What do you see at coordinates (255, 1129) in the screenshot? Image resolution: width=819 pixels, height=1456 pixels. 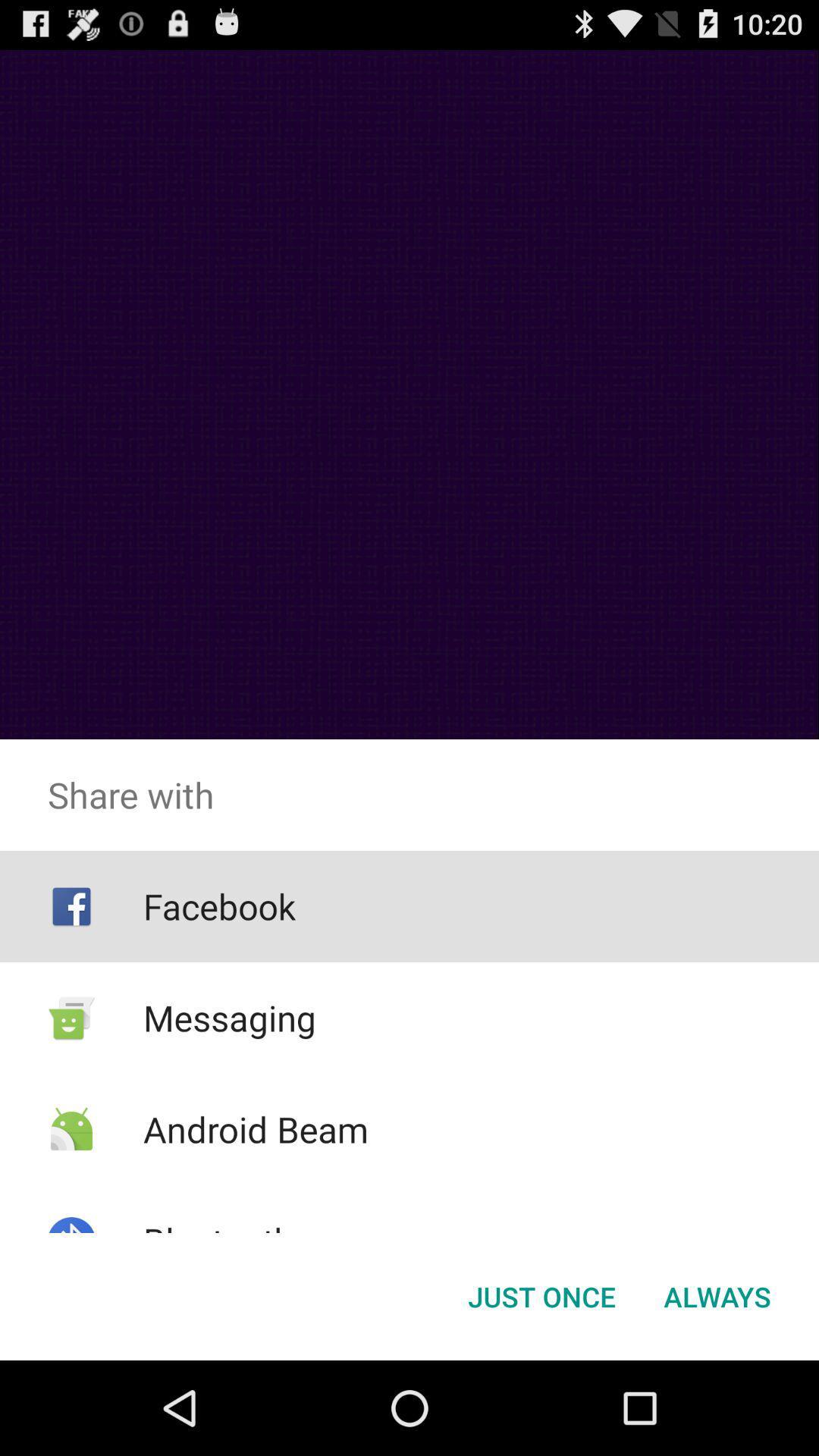 I see `the app below messaging icon` at bounding box center [255, 1129].